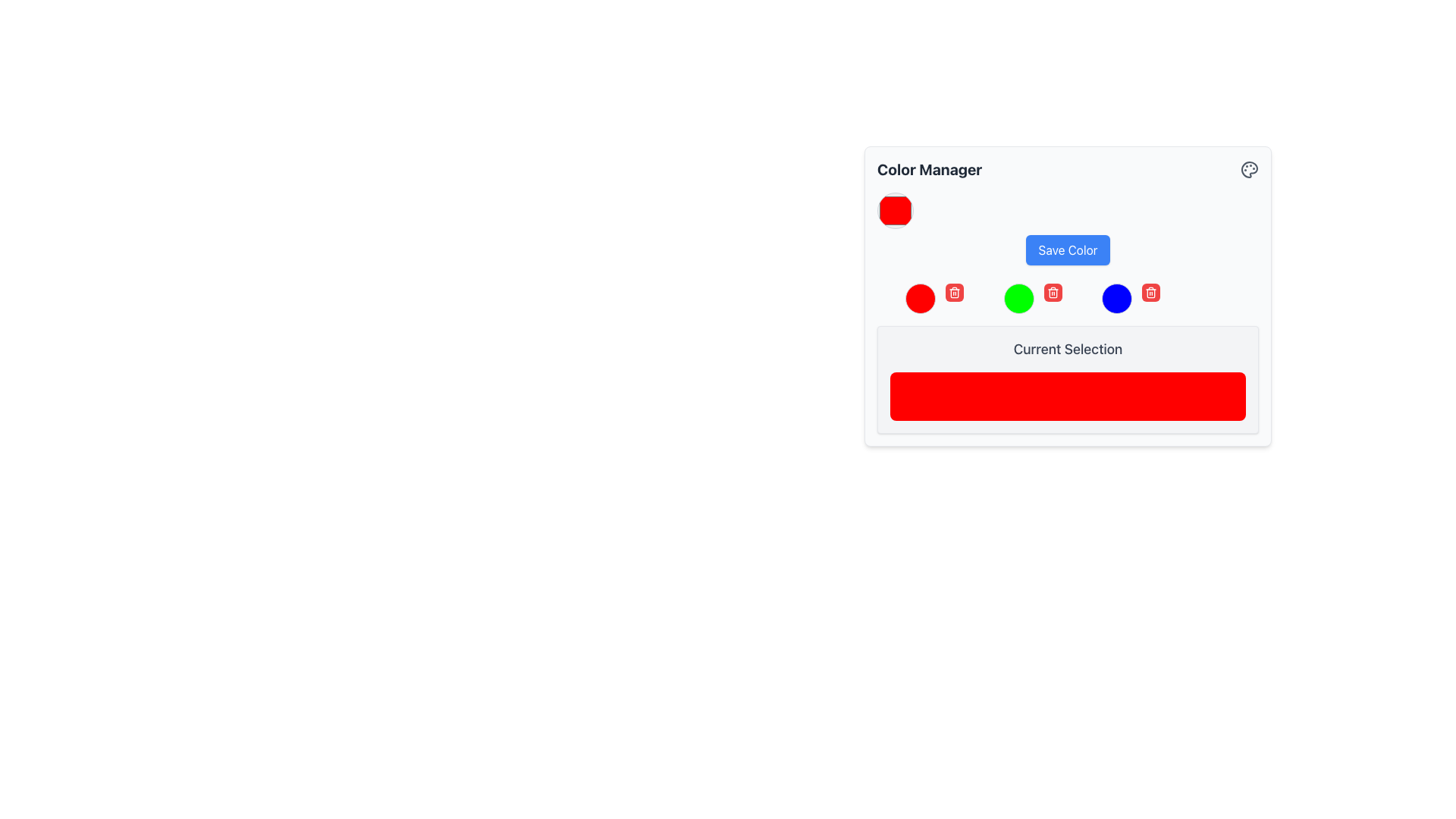 The height and width of the screenshot is (819, 1456). I want to click on the save button located at the center of the Color Manager interface to confirm the selected color settings, so click(1067, 249).